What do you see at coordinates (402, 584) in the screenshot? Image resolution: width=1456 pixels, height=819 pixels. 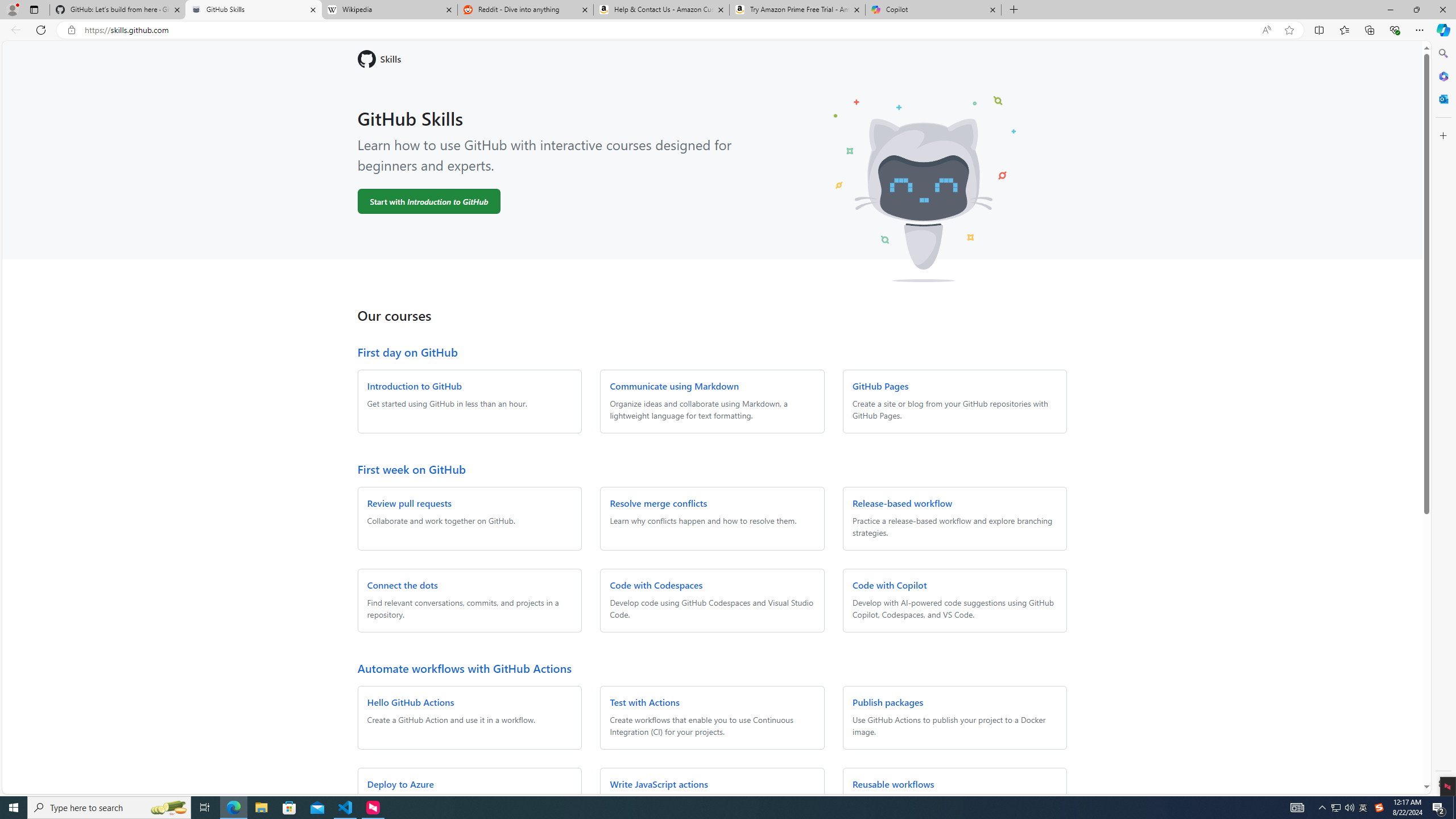 I see `'Connect the dots'` at bounding box center [402, 584].